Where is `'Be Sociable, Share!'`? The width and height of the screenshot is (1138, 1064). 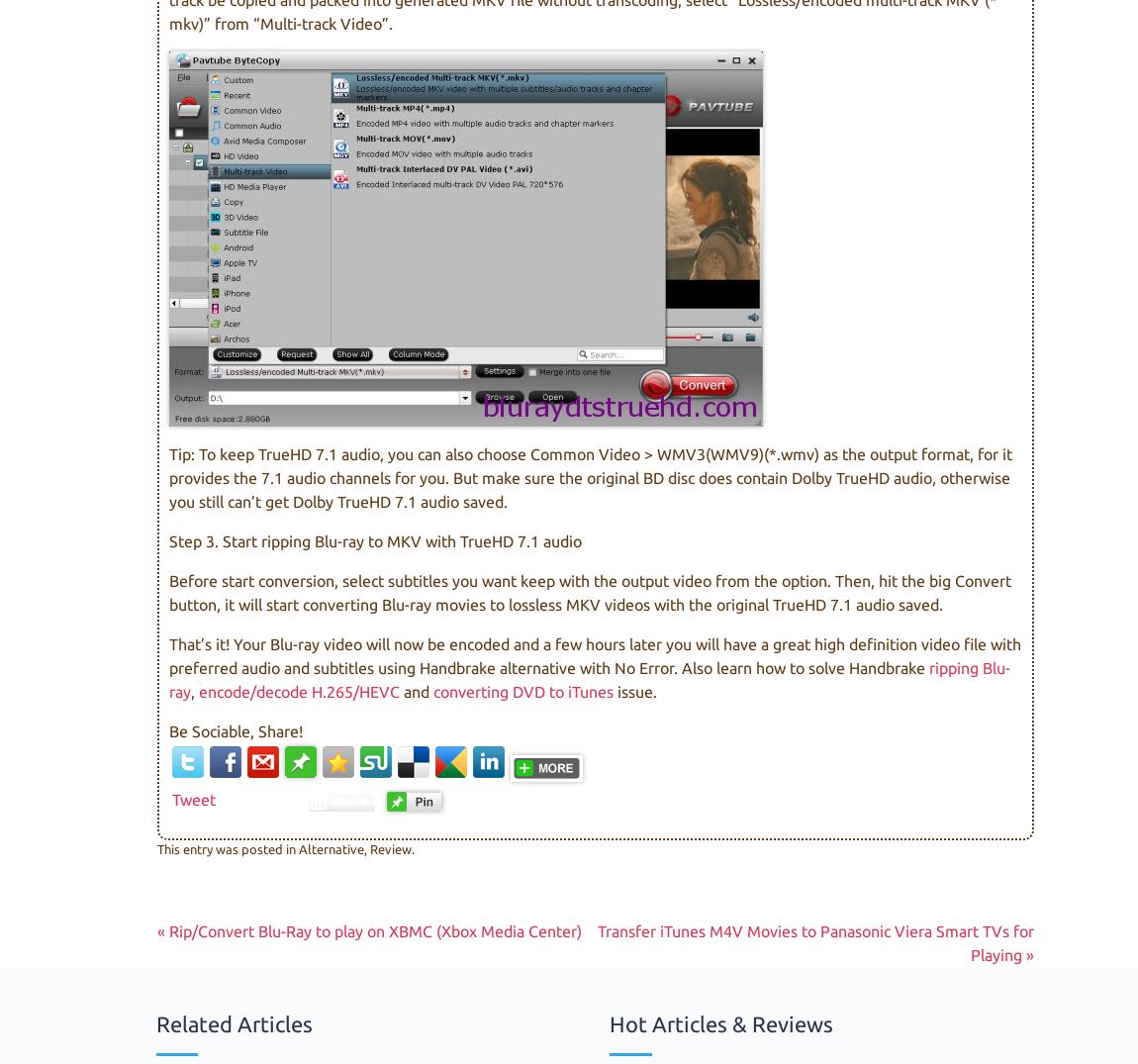
'Be Sociable, Share!' is located at coordinates (235, 730).